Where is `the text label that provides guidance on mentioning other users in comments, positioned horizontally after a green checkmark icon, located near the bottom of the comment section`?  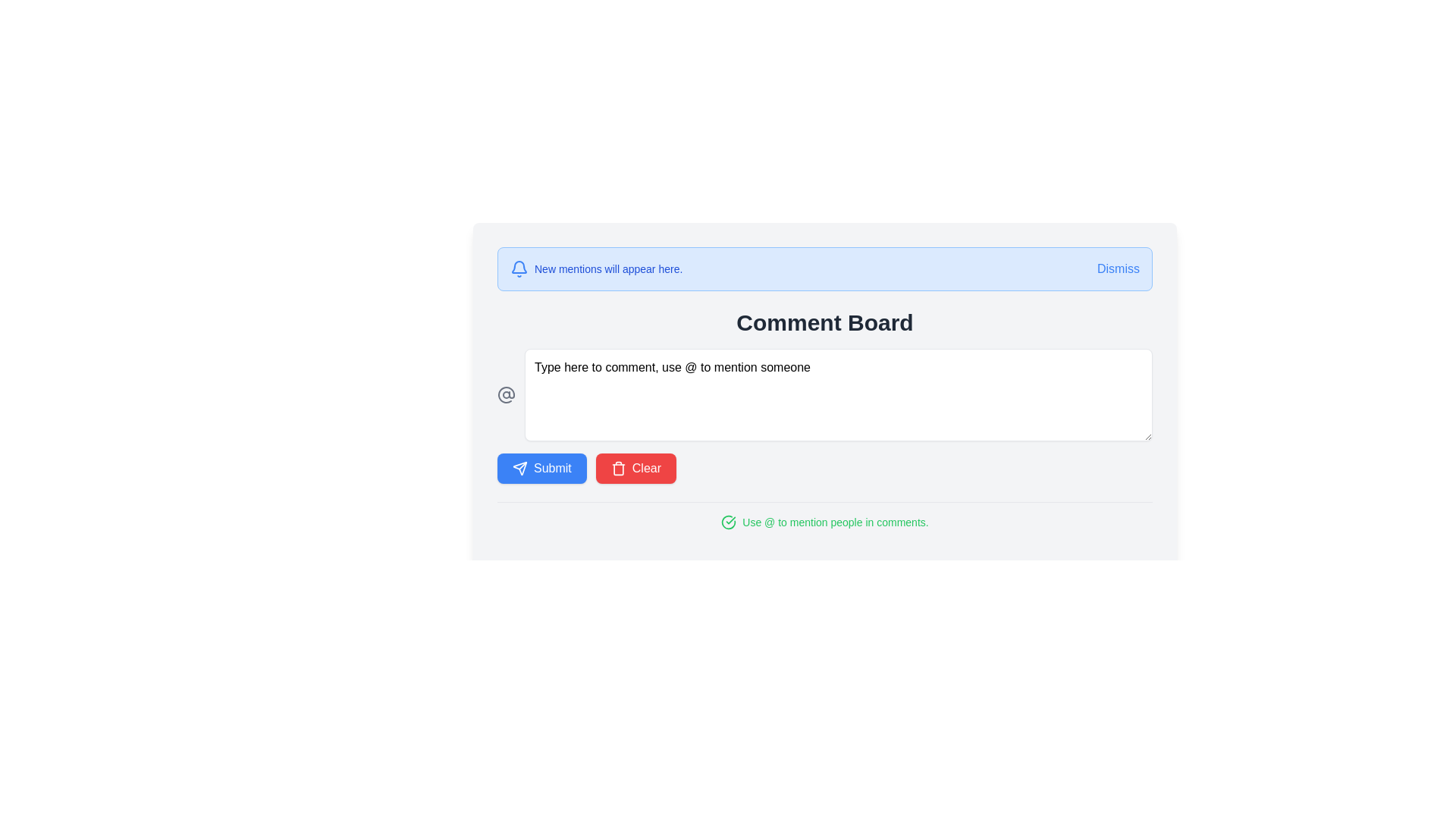
the text label that provides guidance on mentioning other users in comments, positioned horizontally after a green checkmark icon, located near the bottom of the comment section is located at coordinates (835, 522).